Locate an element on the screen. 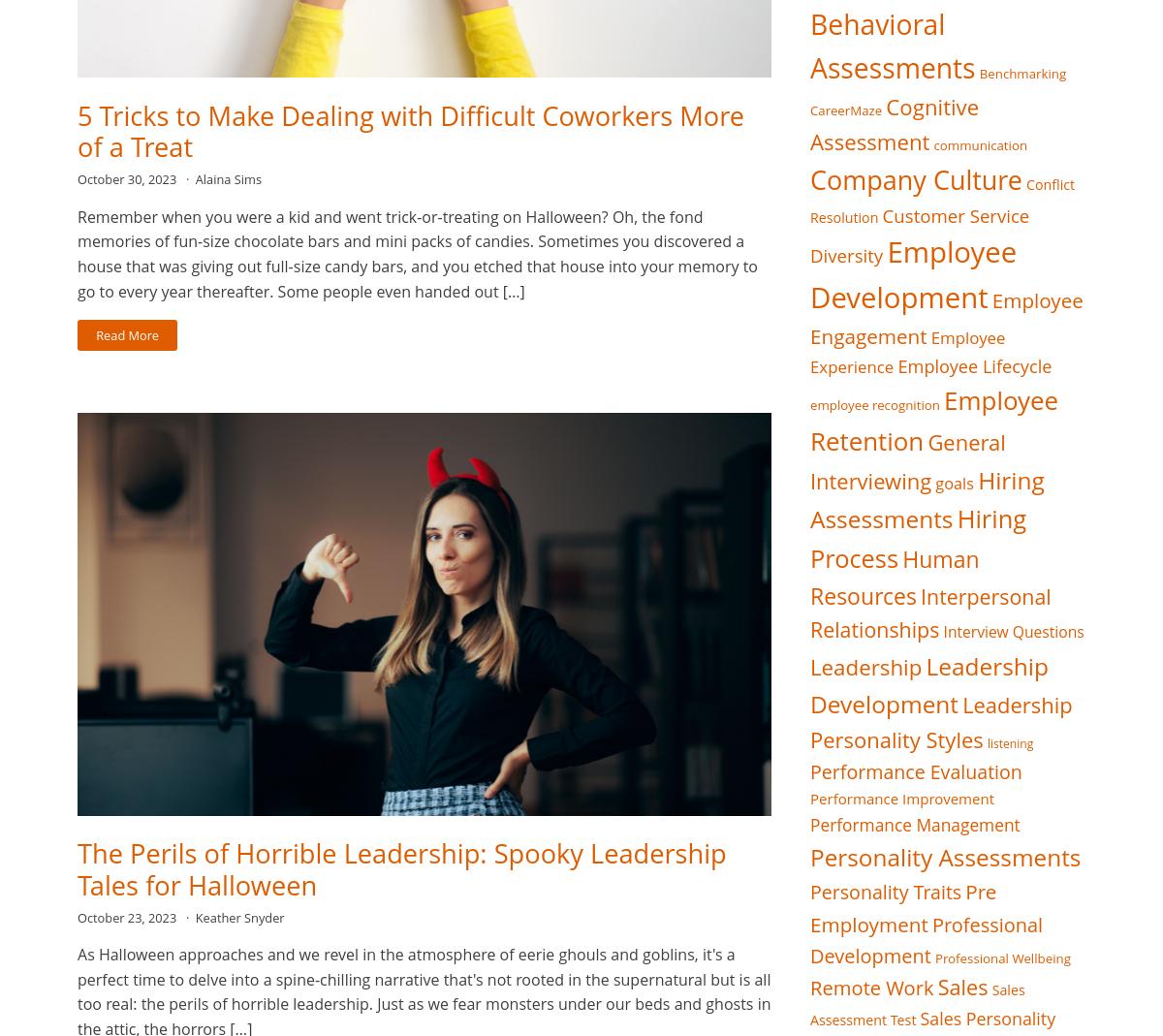 This screenshot has width=1163, height=1036. 'Behavioral Assessments' is located at coordinates (809, 45).